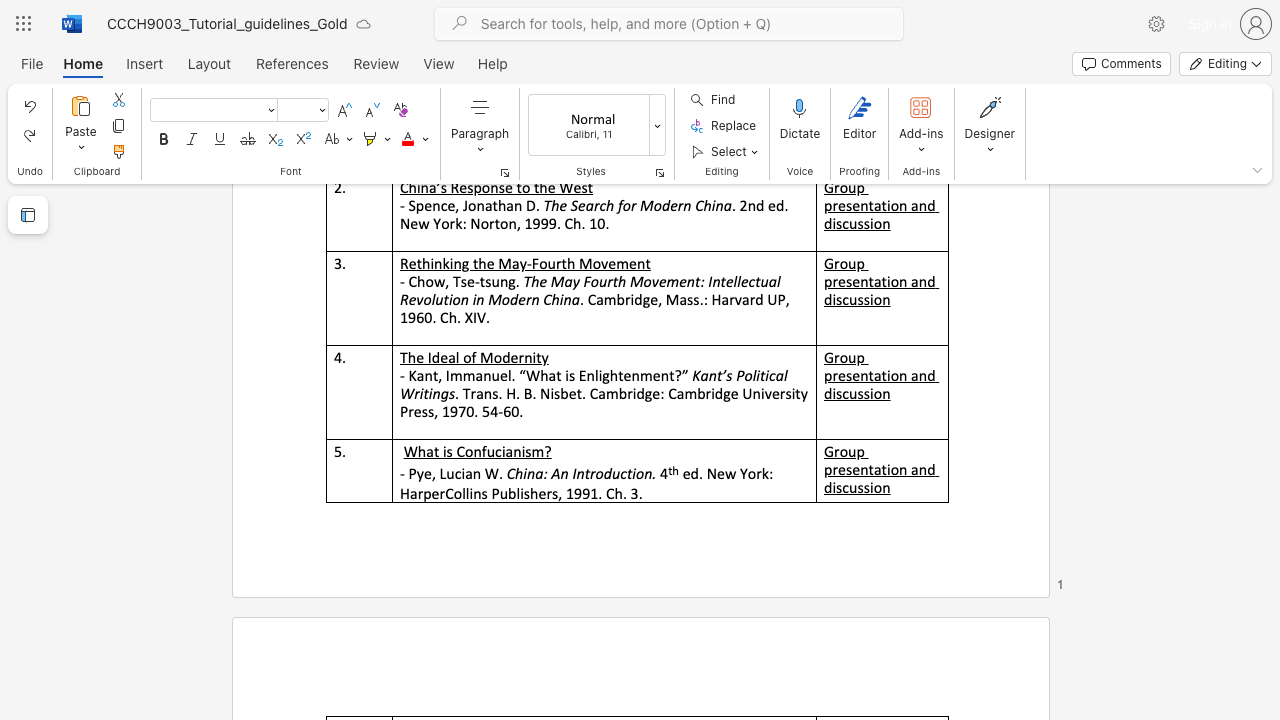 The image size is (1280, 720). What do you see at coordinates (407, 474) in the screenshot?
I see `the subset text "Pye" within the text "- Pye, Lucian W."` at bounding box center [407, 474].